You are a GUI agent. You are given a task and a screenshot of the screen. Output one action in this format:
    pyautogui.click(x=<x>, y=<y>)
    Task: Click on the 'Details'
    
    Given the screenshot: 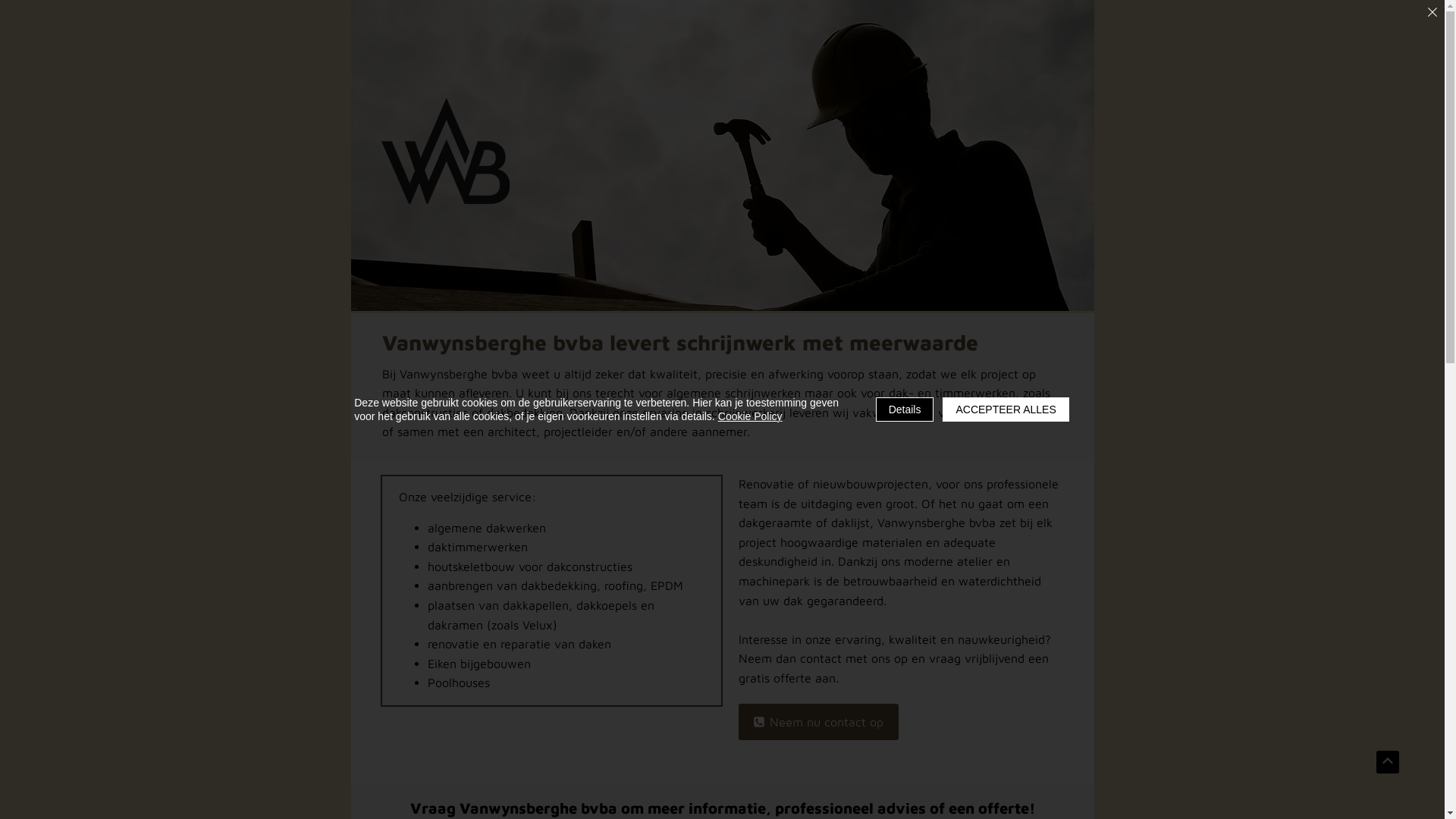 What is the action you would take?
    pyautogui.click(x=905, y=409)
    